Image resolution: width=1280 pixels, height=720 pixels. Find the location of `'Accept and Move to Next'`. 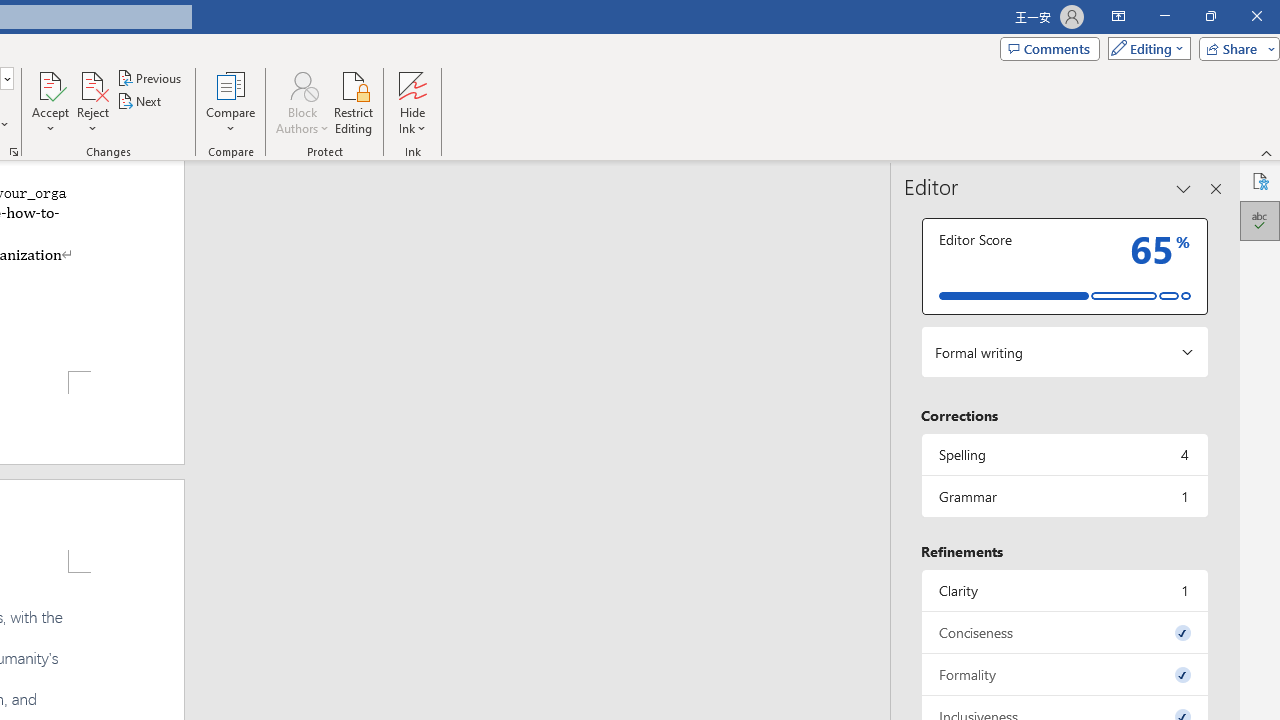

'Accept and Move to Next' is located at coordinates (50, 84).